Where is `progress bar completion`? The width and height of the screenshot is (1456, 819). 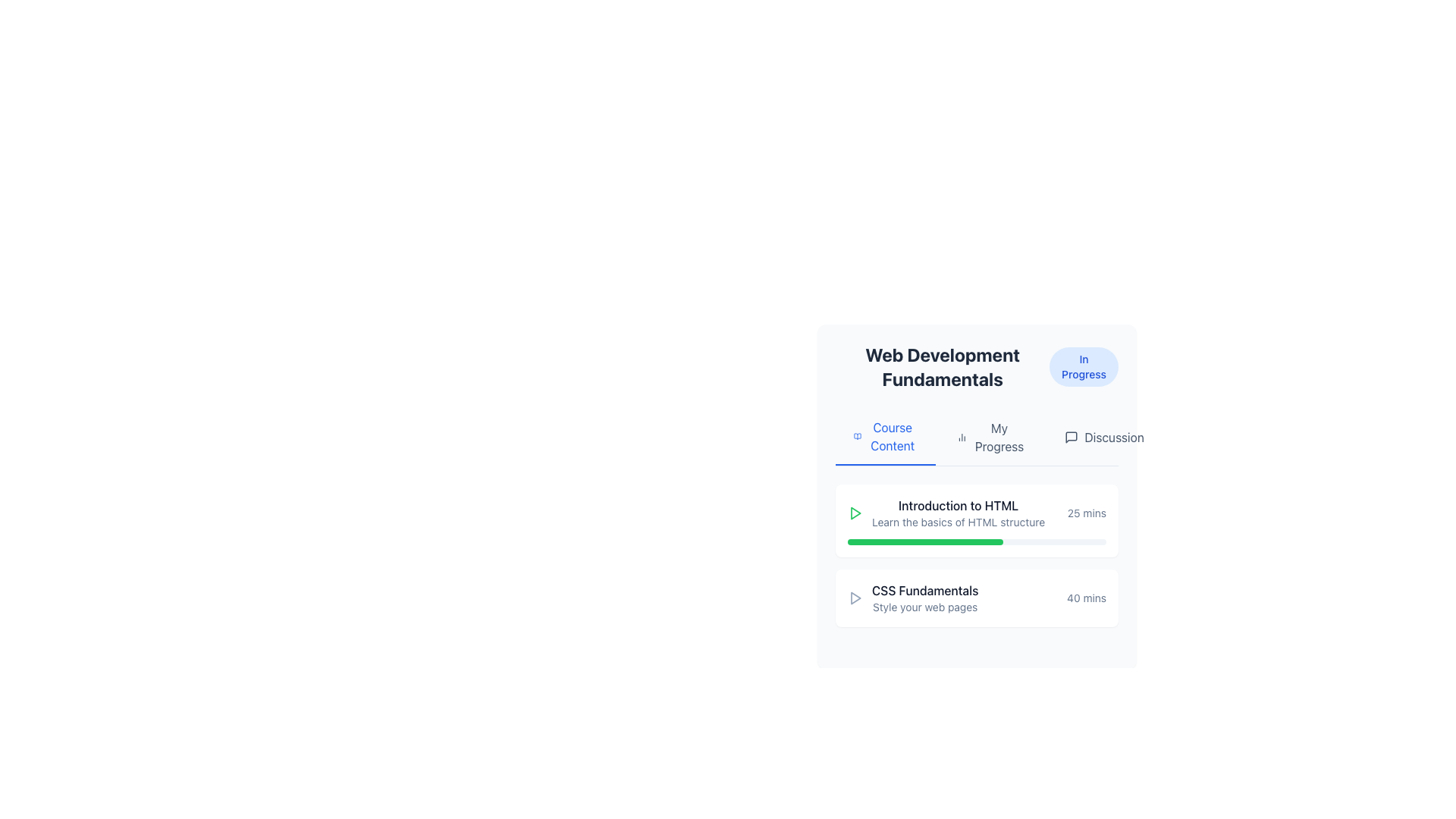
progress bar completion is located at coordinates (1096, 541).